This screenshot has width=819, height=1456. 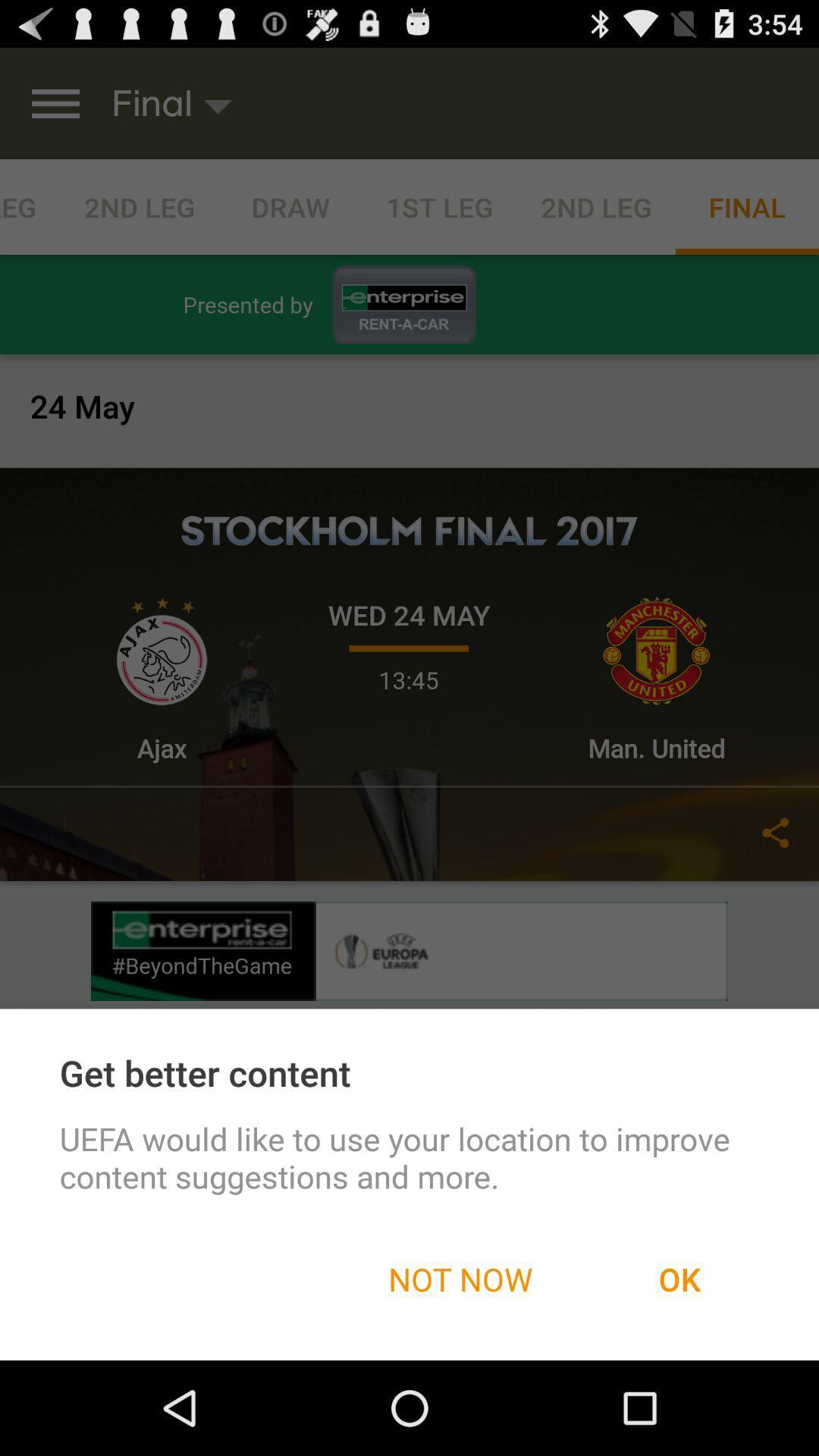 I want to click on icon to the right of the not now item, so click(x=679, y=1278).